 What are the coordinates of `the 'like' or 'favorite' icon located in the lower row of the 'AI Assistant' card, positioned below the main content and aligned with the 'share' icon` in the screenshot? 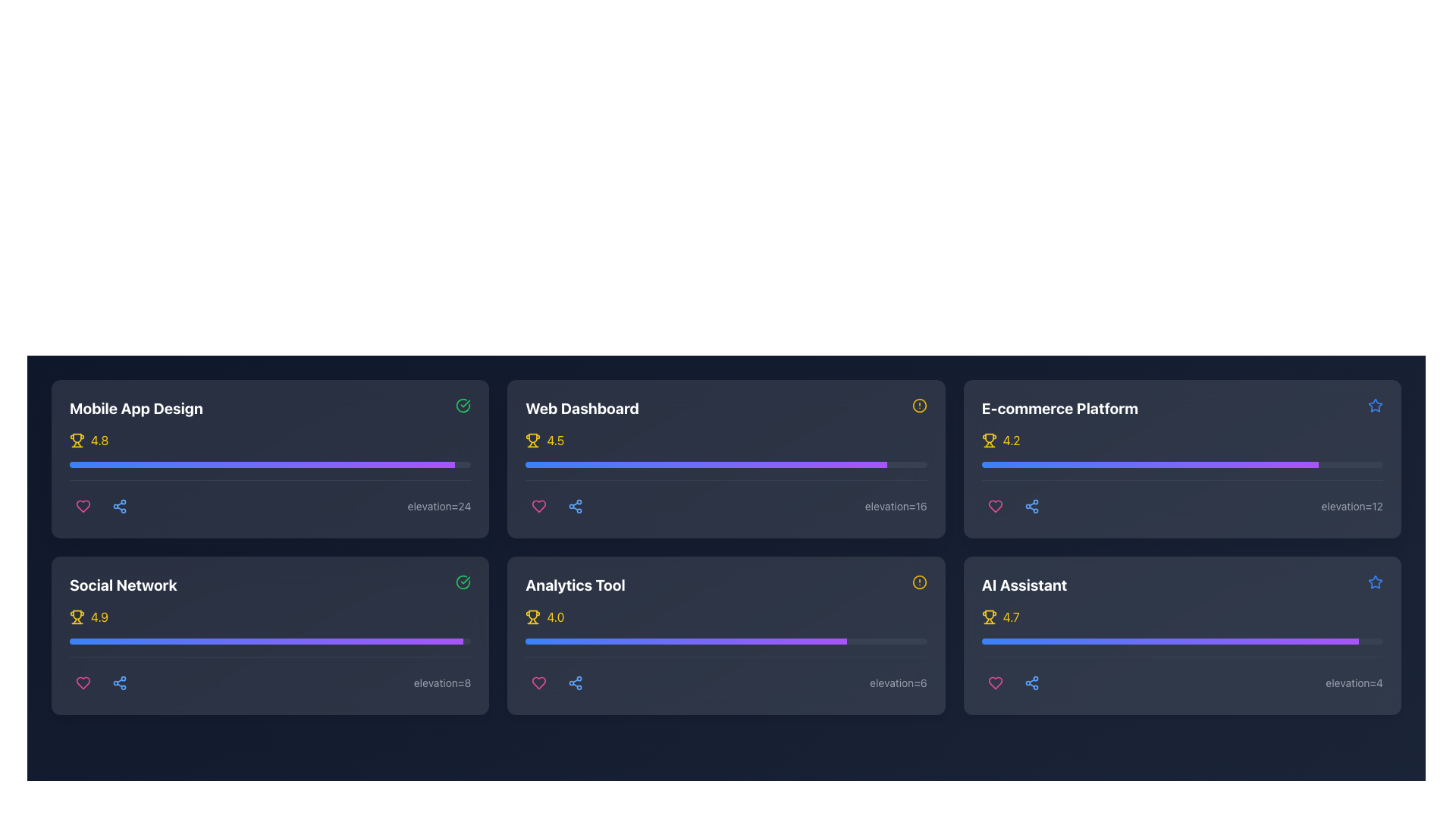 It's located at (995, 683).